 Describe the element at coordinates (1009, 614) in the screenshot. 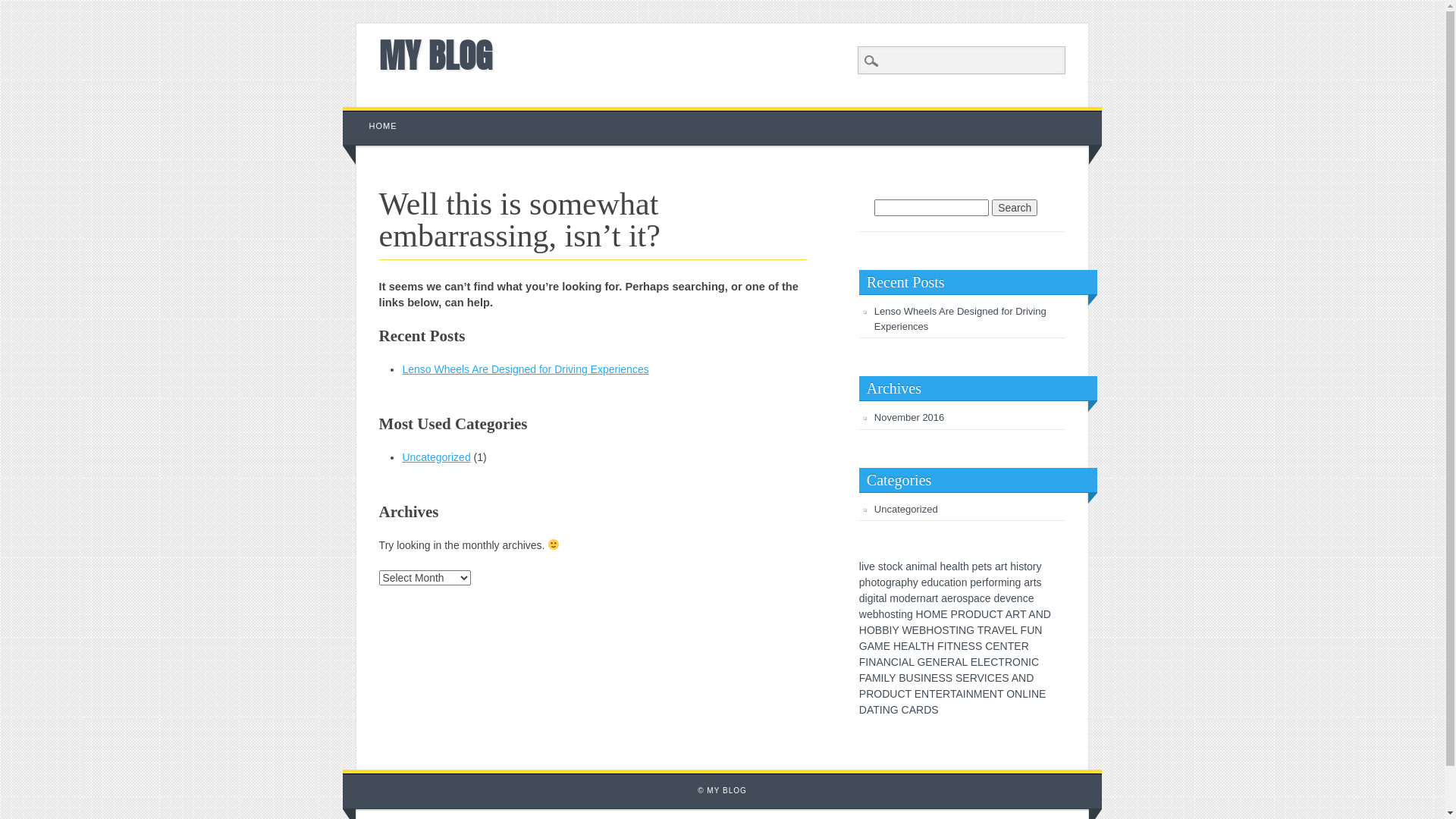

I see `'A'` at that location.